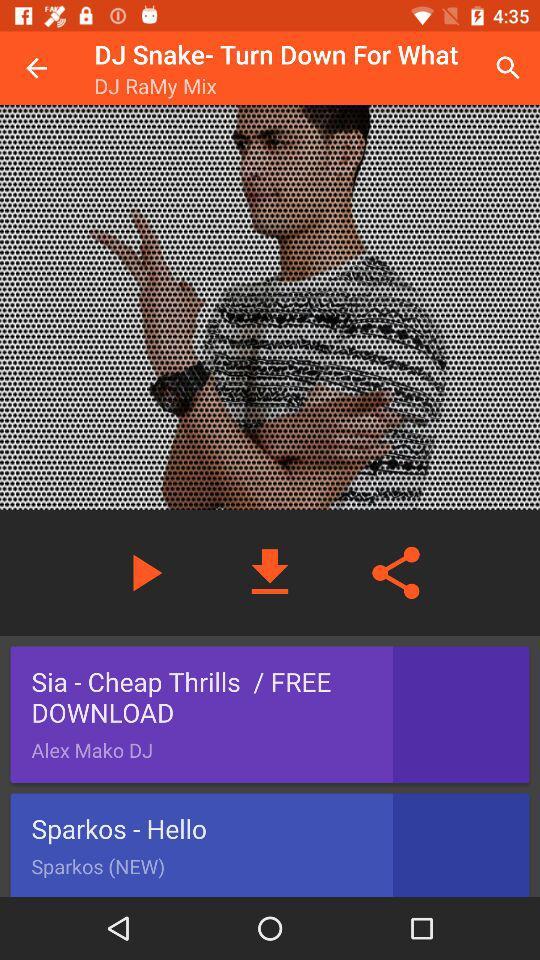 The width and height of the screenshot is (540, 960). I want to click on sia cheap thrills, so click(270, 715).